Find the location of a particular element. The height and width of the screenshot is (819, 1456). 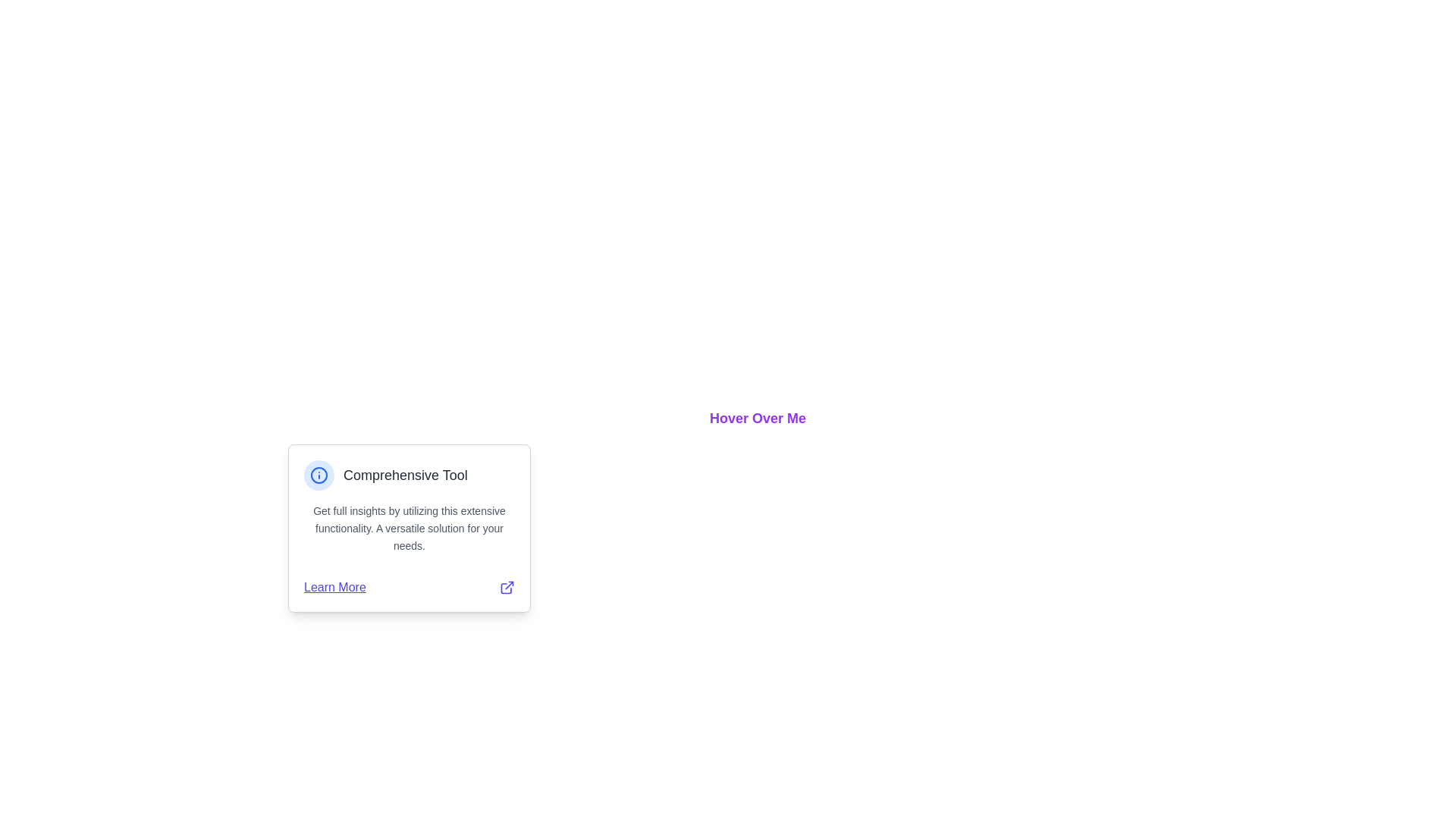

the circular icon with a blue outline featuring an information symbol, located above the title text in the 'Comprehensive Tool' card is located at coordinates (318, 475).